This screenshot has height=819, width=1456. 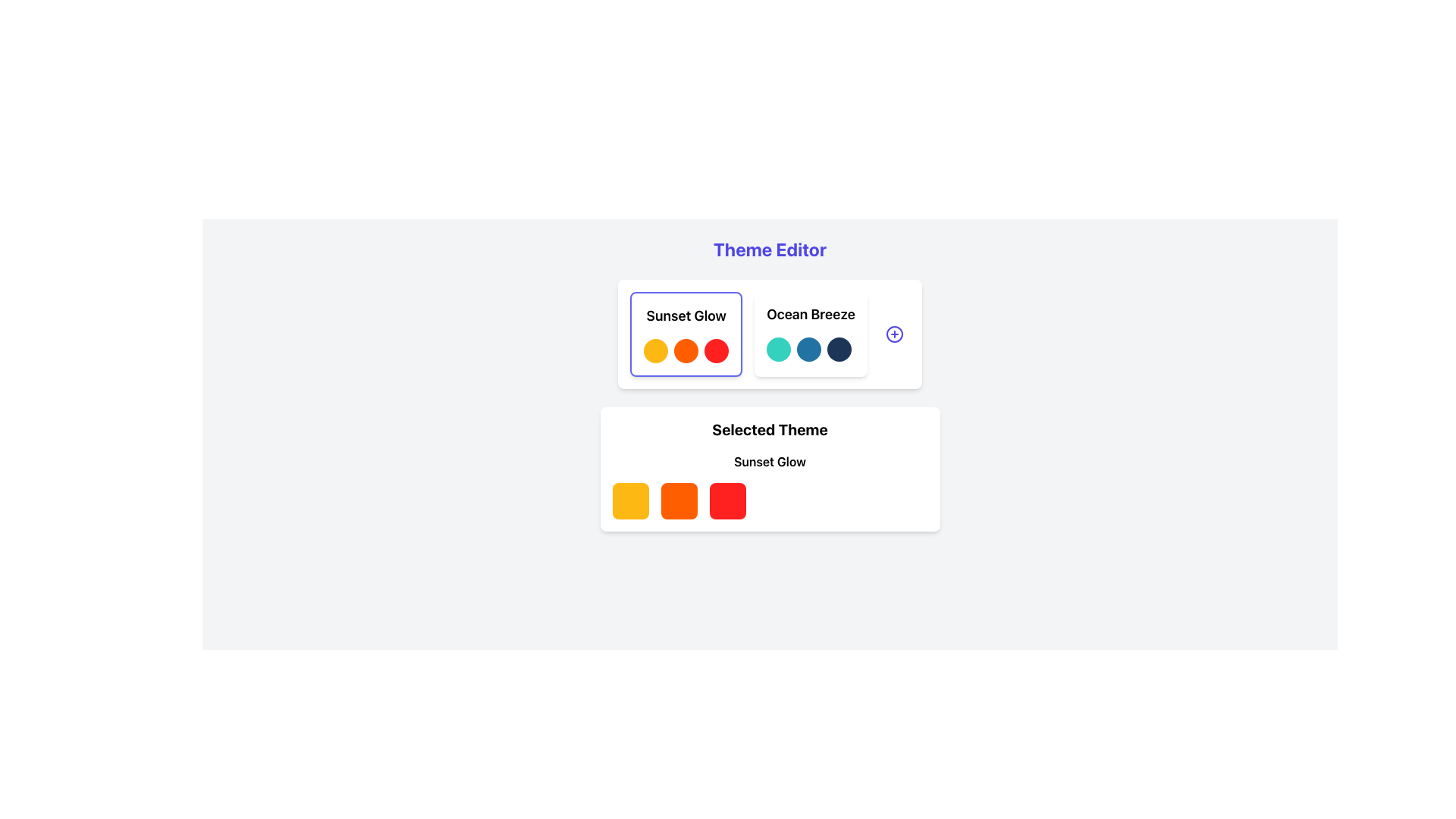 I want to click on the right-most circular dark blue icon in the 'Ocean Breeze' section of the theme editor interface, so click(x=839, y=350).